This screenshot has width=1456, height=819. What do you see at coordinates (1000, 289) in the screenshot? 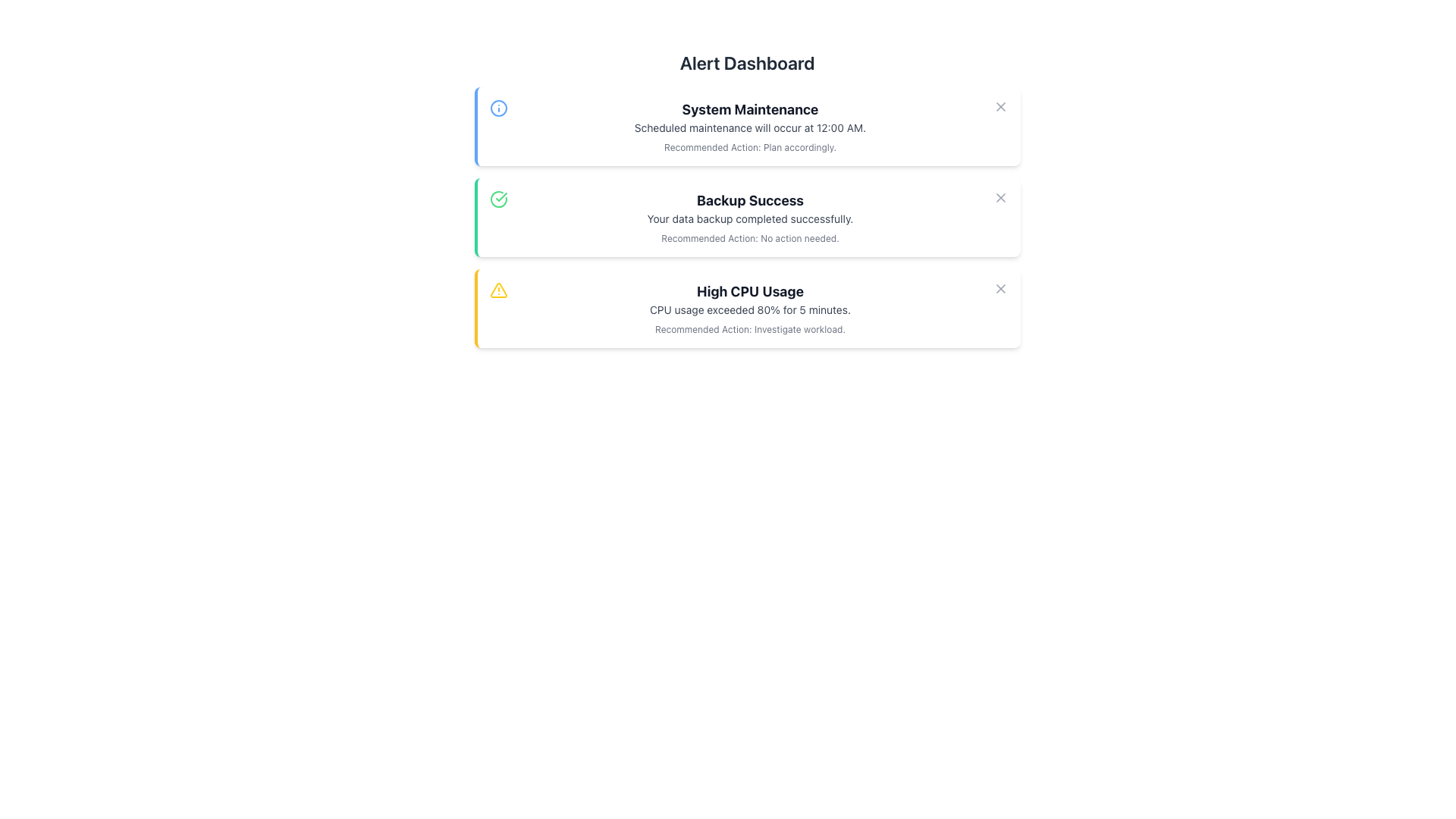
I see `the graphical icon resembling a diagonal cross, which represents a closing action within the 'High CPU Usage' alert notification` at bounding box center [1000, 289].